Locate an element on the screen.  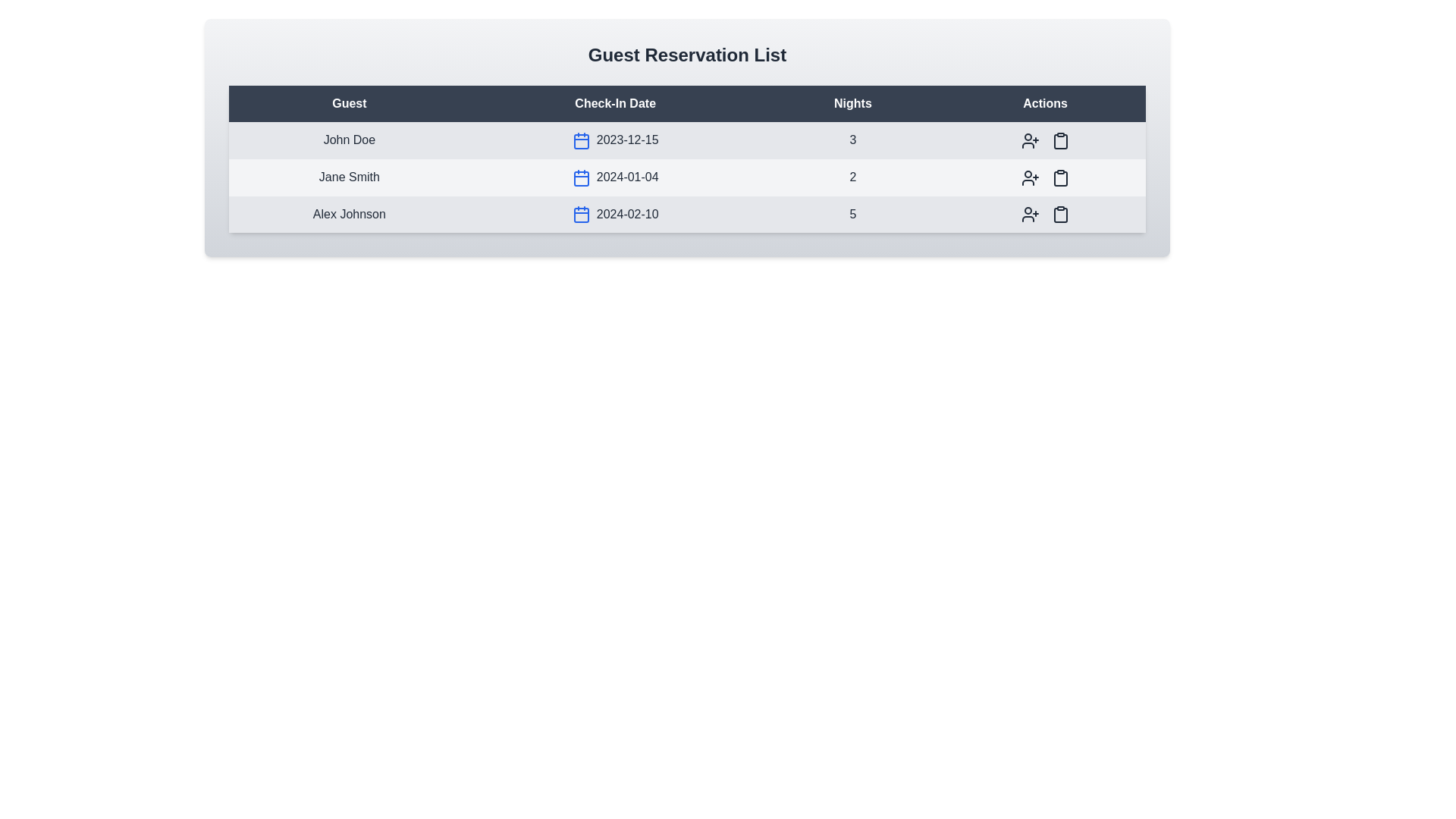
the small blue outlined calendar icon located in the second row of the table next to the date '2024-01-04' is located at coordinates (580, 177).